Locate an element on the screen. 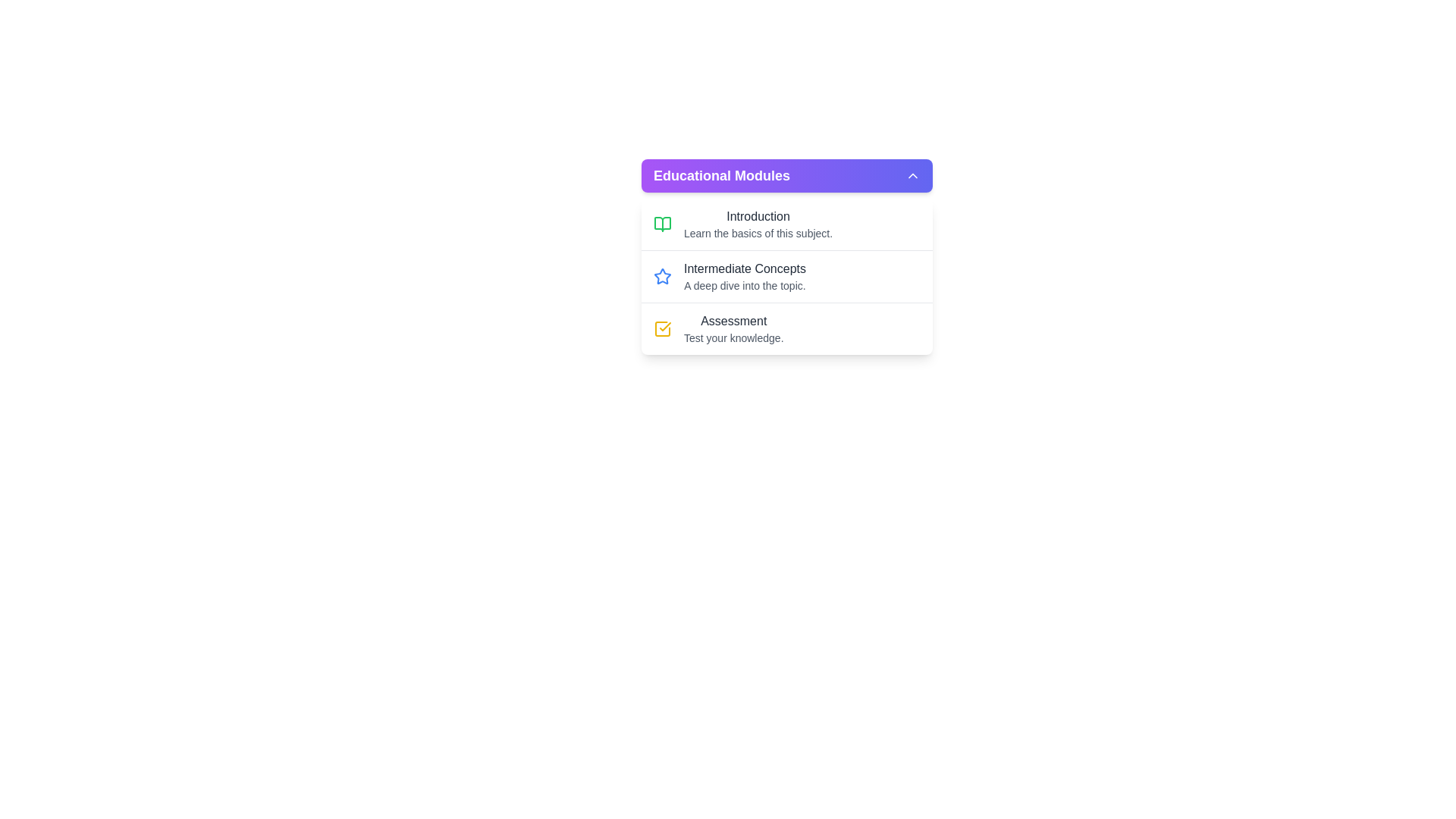 This screenshot has width=1456, height=819. description of the List element with the heading 'Assessment' and the subtitle 'Test your knowledge.' is located at coordinates (733, 328).